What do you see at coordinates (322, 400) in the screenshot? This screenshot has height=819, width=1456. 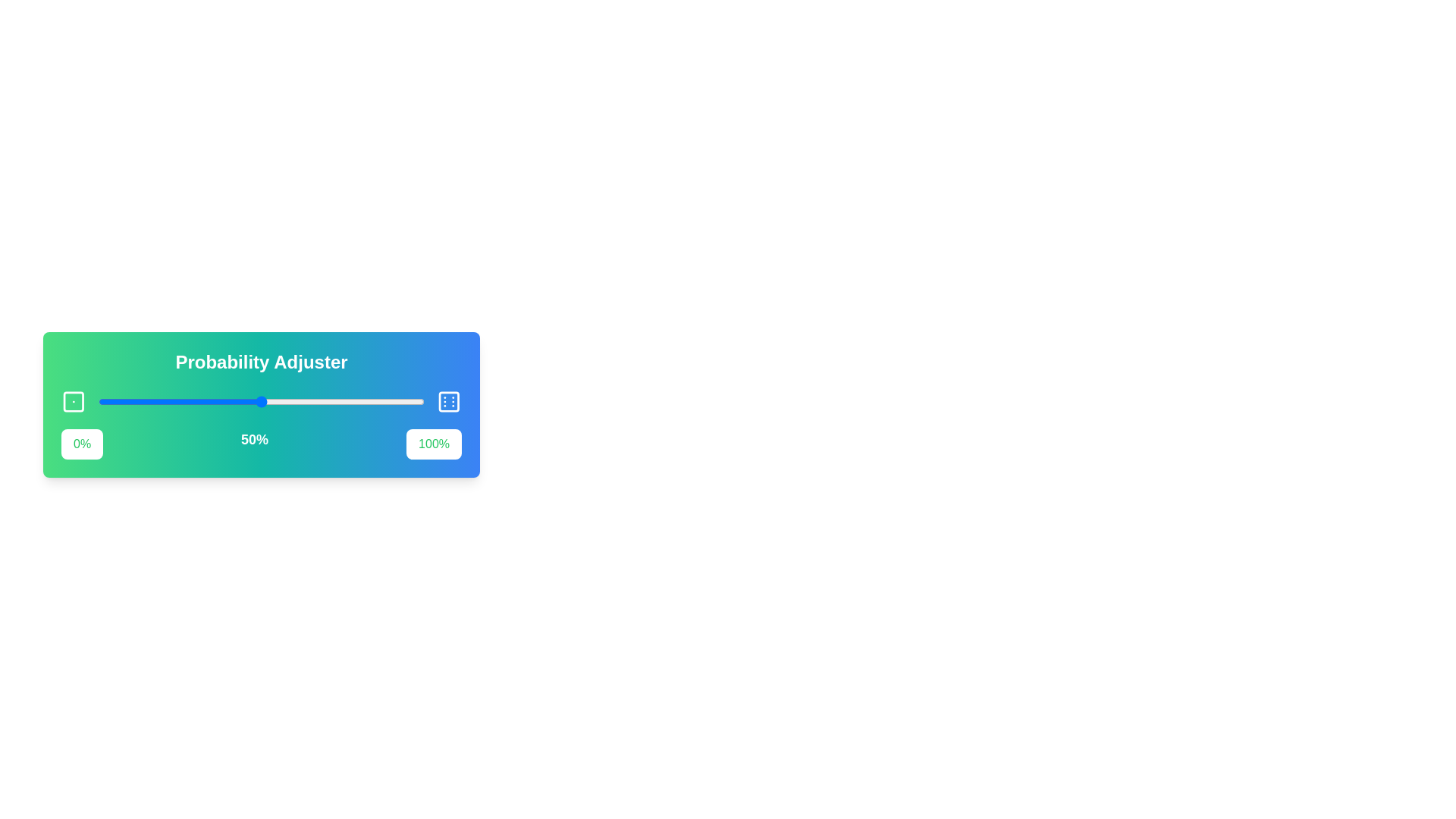 I see `the slider to set the probability to 69%` at bounding box center [322, 400].